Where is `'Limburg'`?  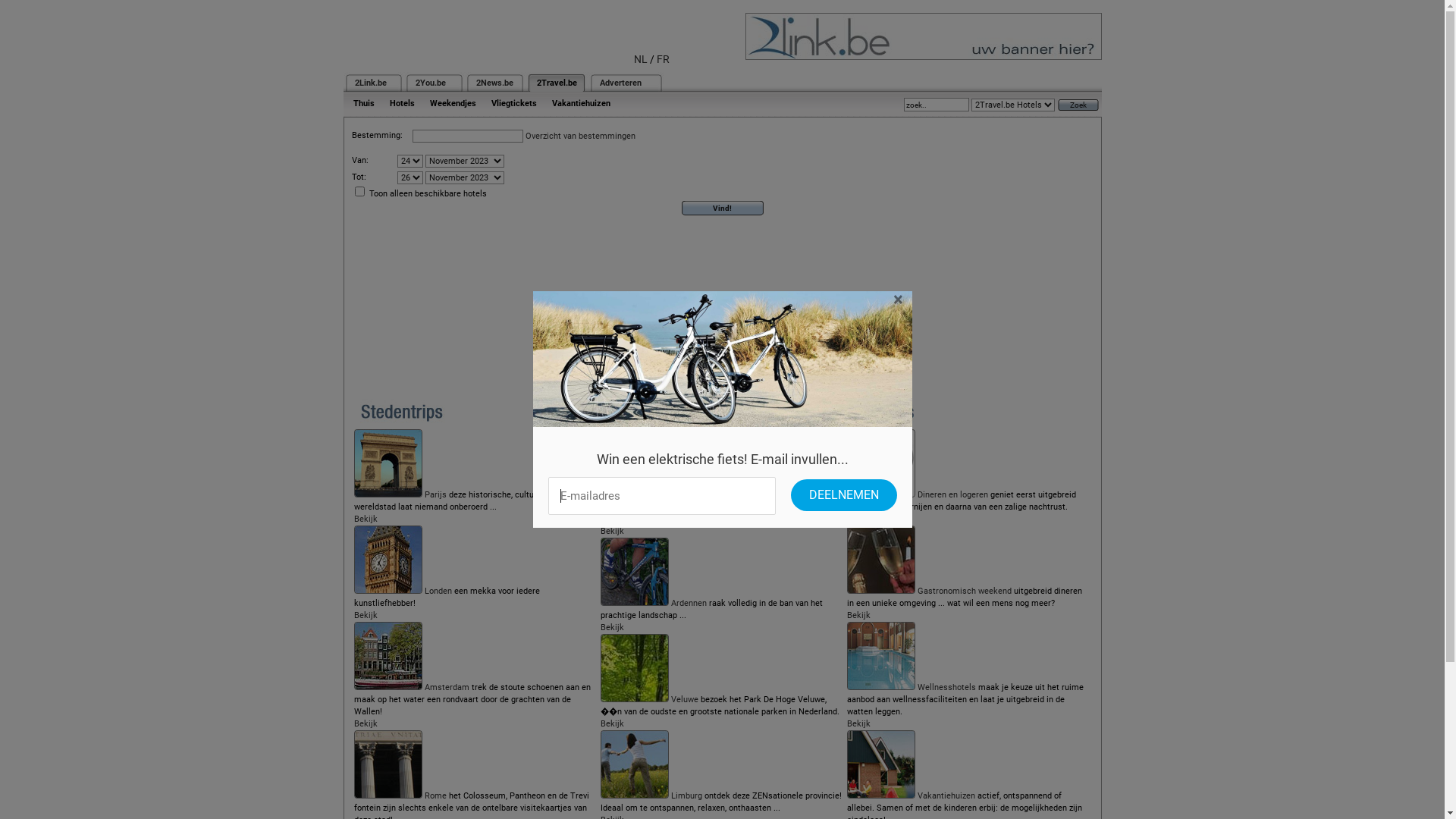 'Limburg' is located at coordinates (686, 795).